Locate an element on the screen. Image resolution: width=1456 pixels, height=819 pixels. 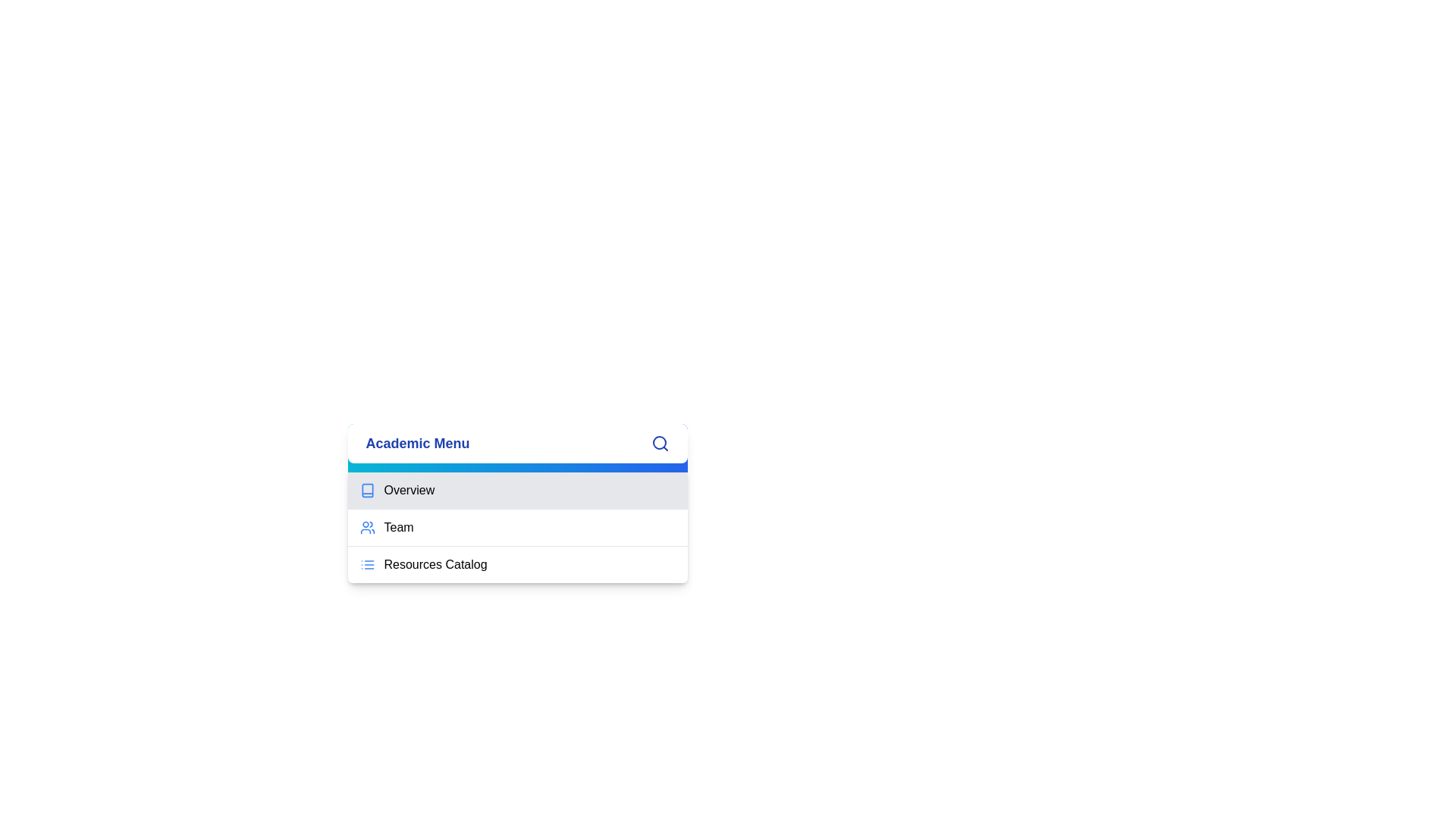
the 'Overview' menu item, which is the first item in the vertical 'Academic Menu' list is located at coordinates (517, 503).